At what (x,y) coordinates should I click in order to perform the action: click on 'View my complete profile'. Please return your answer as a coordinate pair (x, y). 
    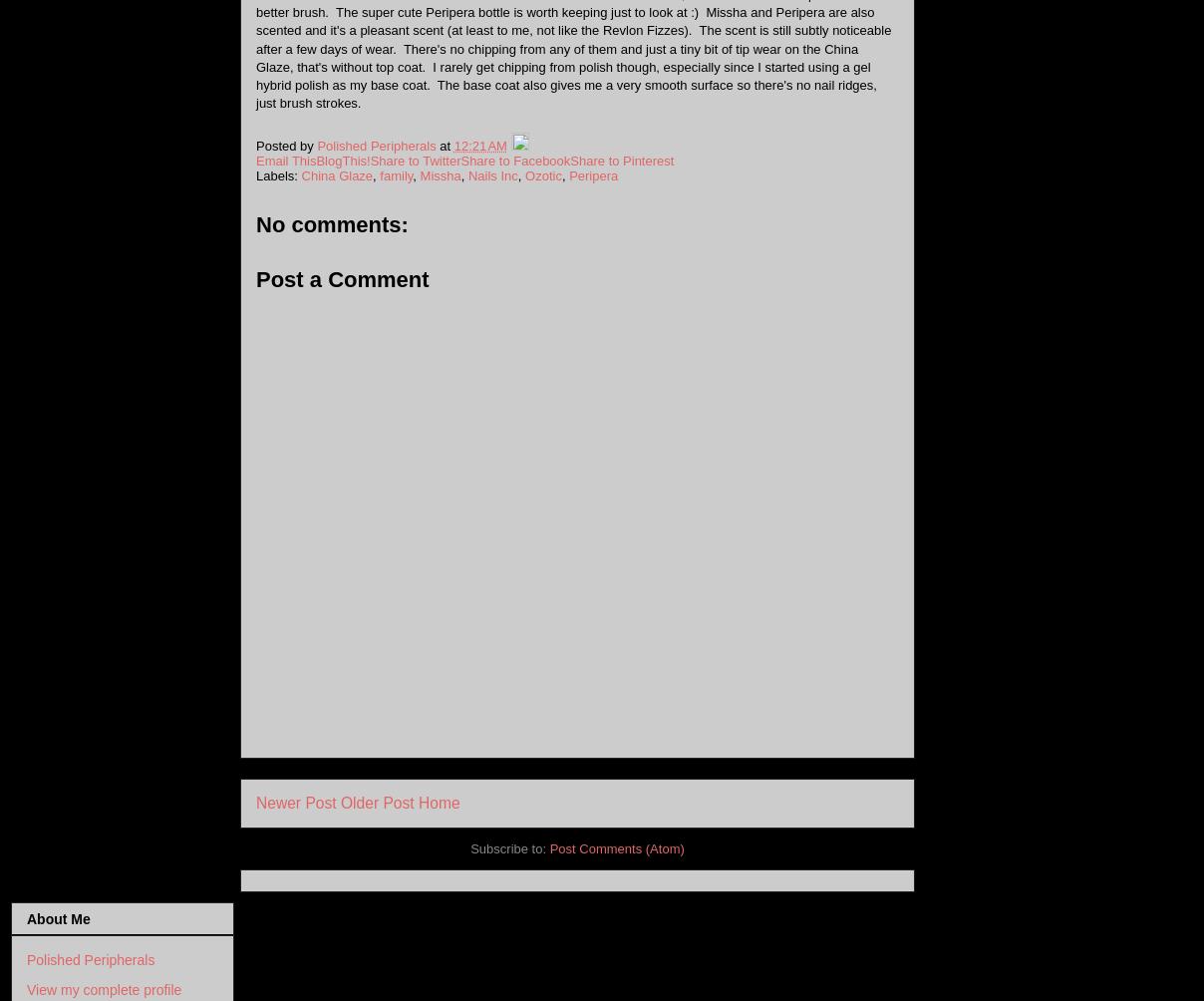
    Looking at the image, I should click on (103, 987).